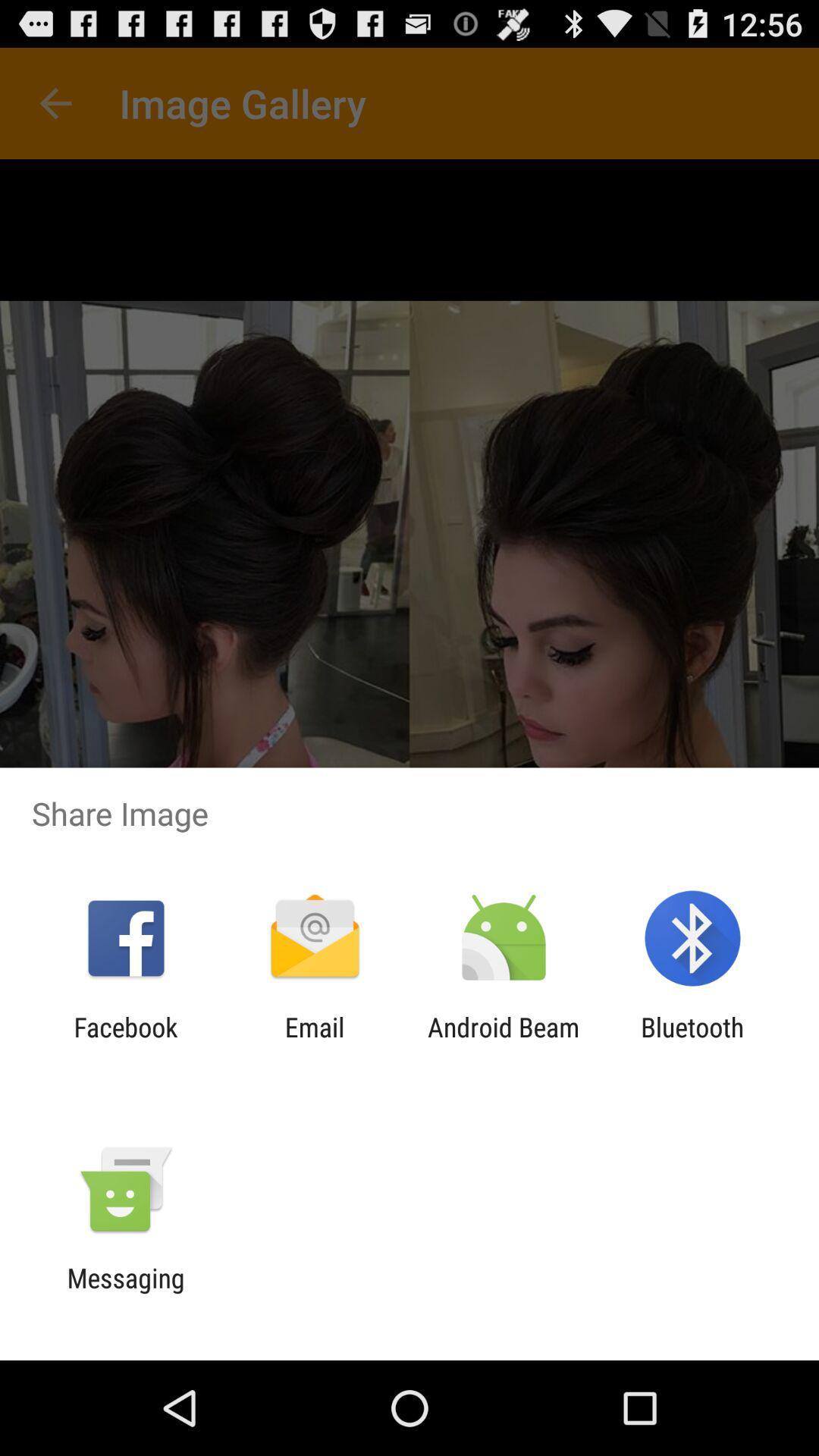  What do you see at coordinates (125, 1042) in the screenshot?
I see `the facebook` at bounding box center [125, 1042].